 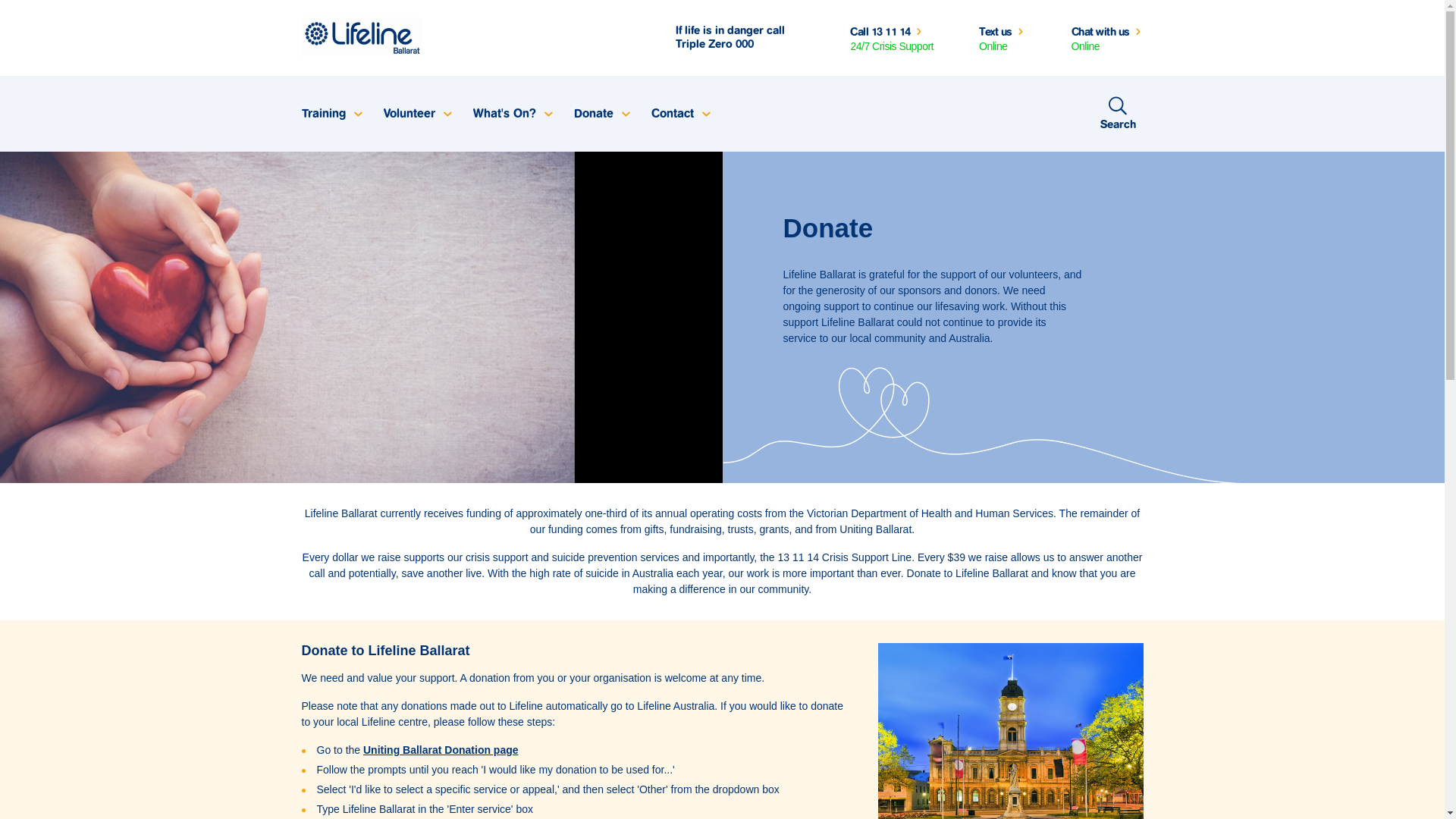 I want to click on 'Contact', so click(x=679, y=113).